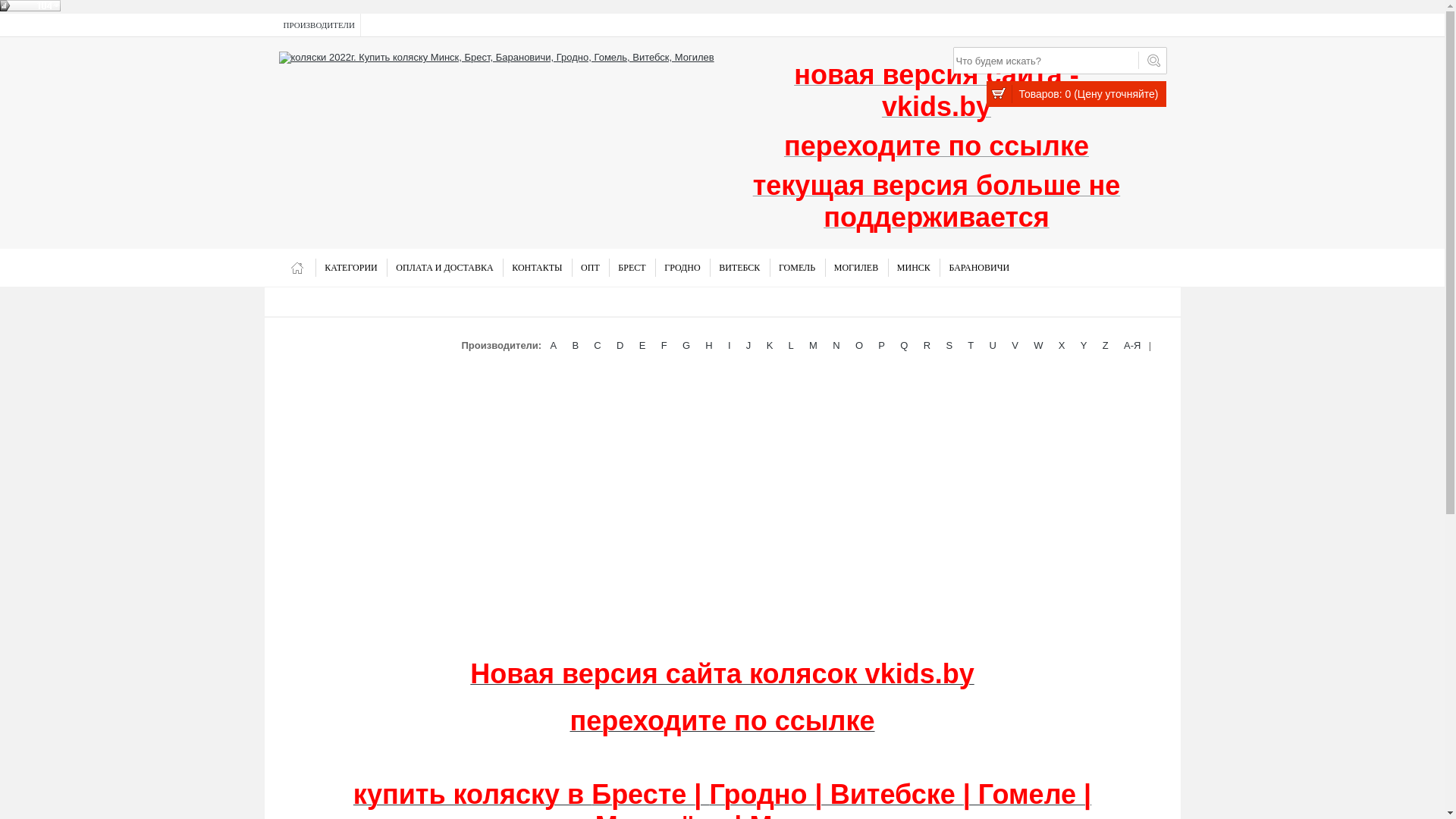 This screenshot has height=819, width=1456. Describe the element at coordinates (836, 345) in the screenshot. I see `'N'` at that location.